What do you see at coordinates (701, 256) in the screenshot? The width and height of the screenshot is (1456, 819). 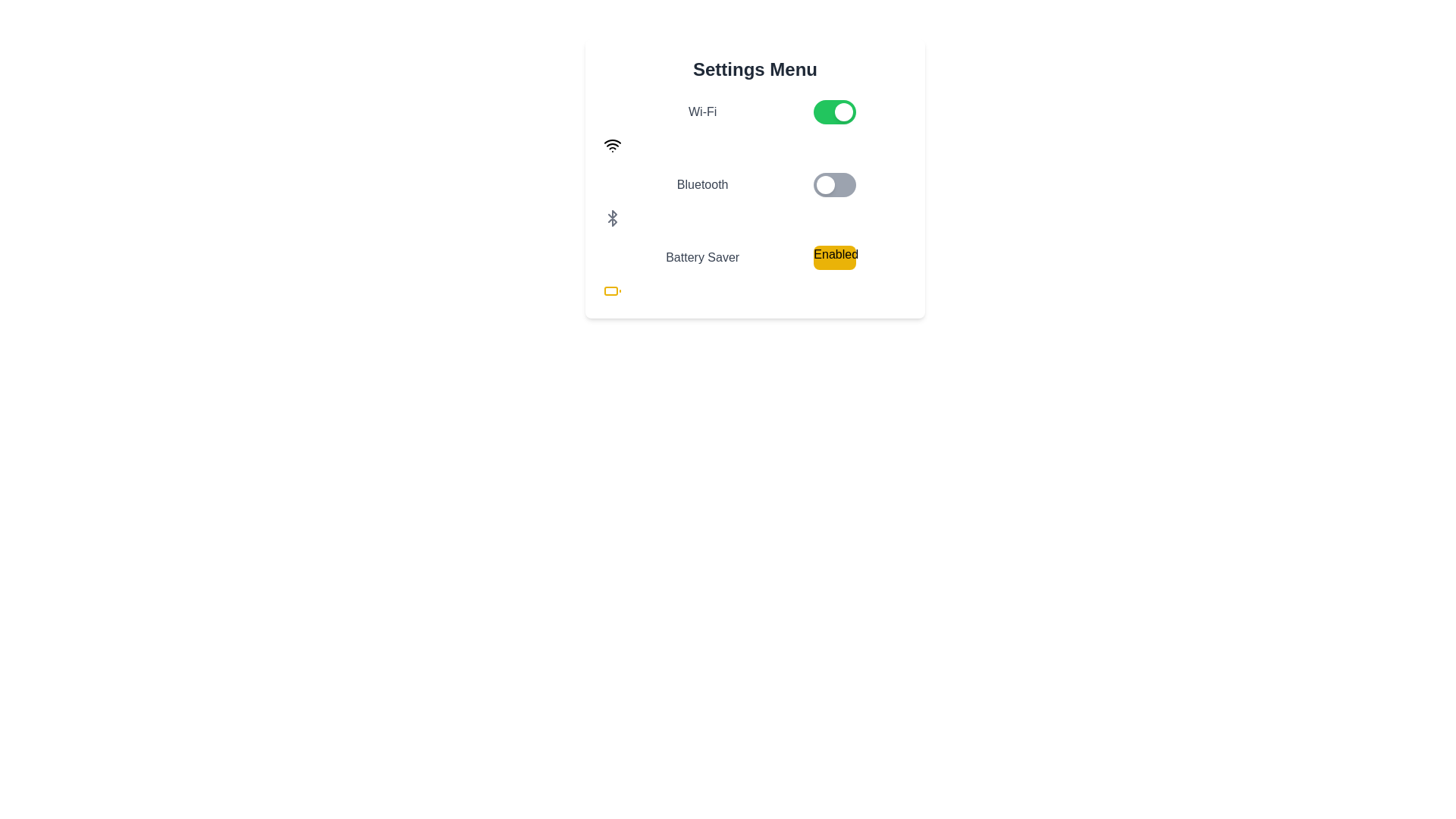 I see `the 'Battery Saver' label in the Settings Menu, which is located in the third row below the 'Wi-Fi' and 'Bluetooth' sections, with a yellow badge reading 'Enabled' to its right` at bounding box center [701, 256].